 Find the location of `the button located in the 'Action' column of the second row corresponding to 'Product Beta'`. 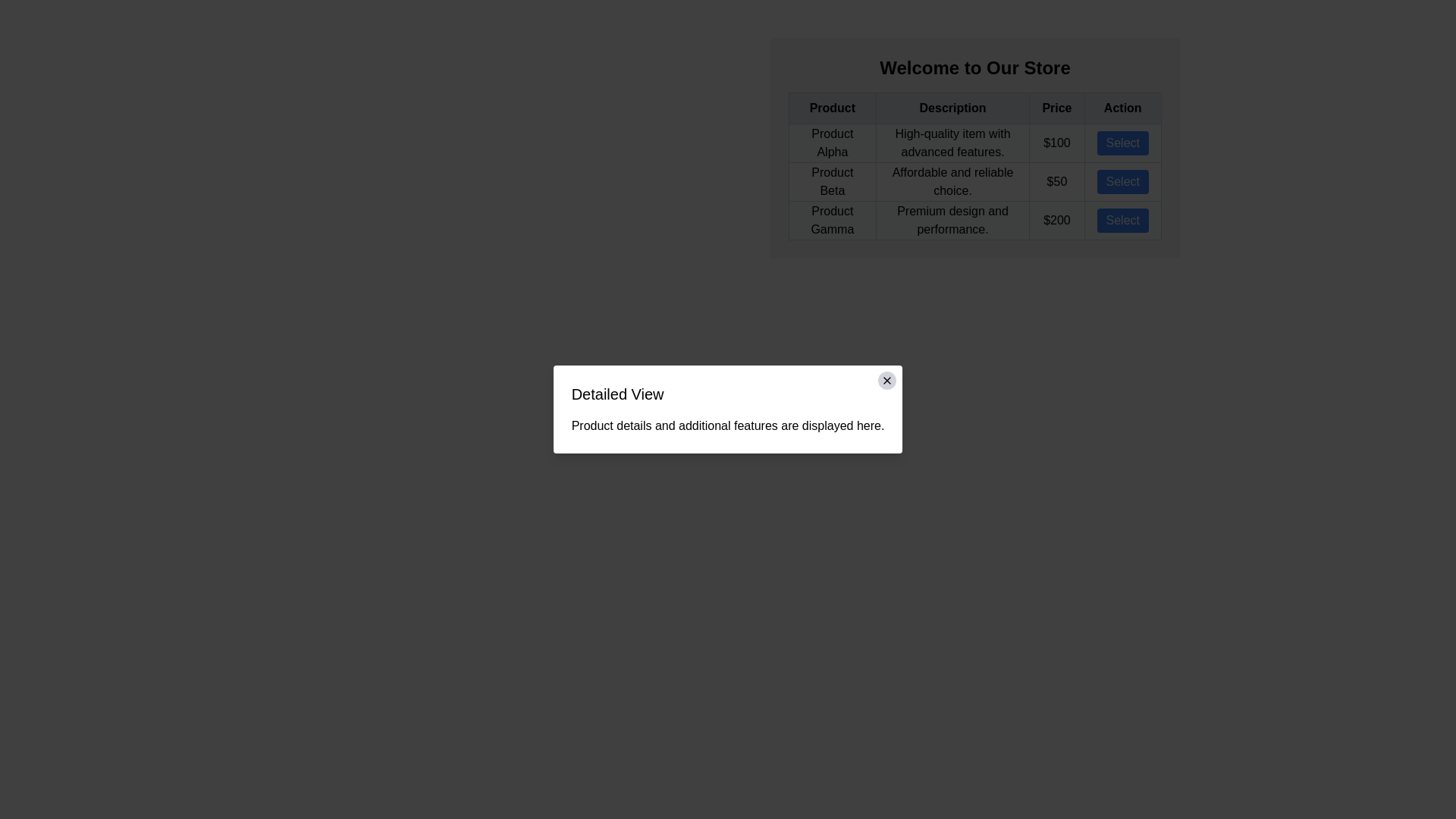

the button located in the 'Action' column of the second row corresponding to 'Product Beta' is located at coordinates (1122, 180).